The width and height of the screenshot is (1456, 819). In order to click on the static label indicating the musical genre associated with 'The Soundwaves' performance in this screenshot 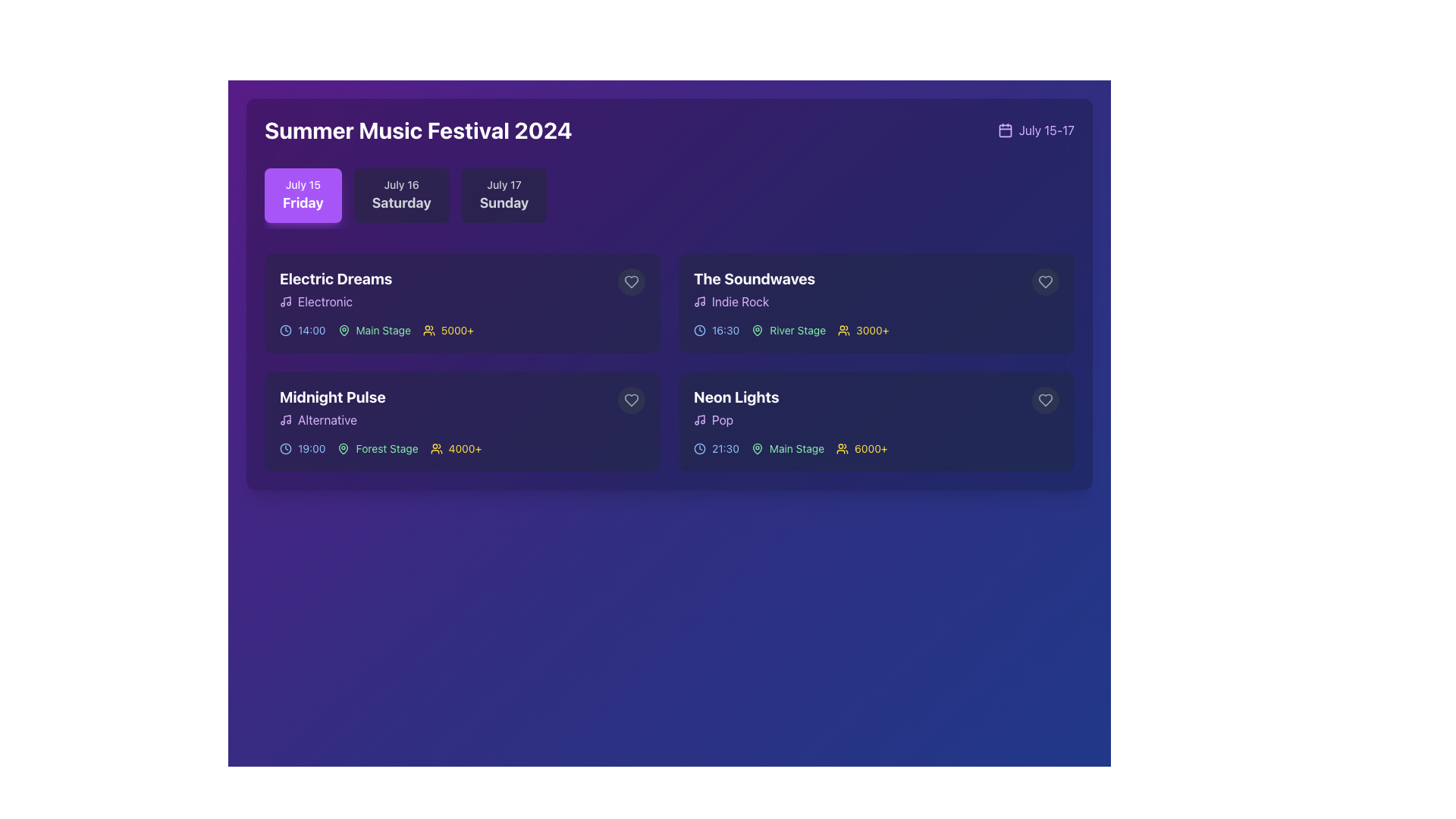, I will do `click(755, 301)`.